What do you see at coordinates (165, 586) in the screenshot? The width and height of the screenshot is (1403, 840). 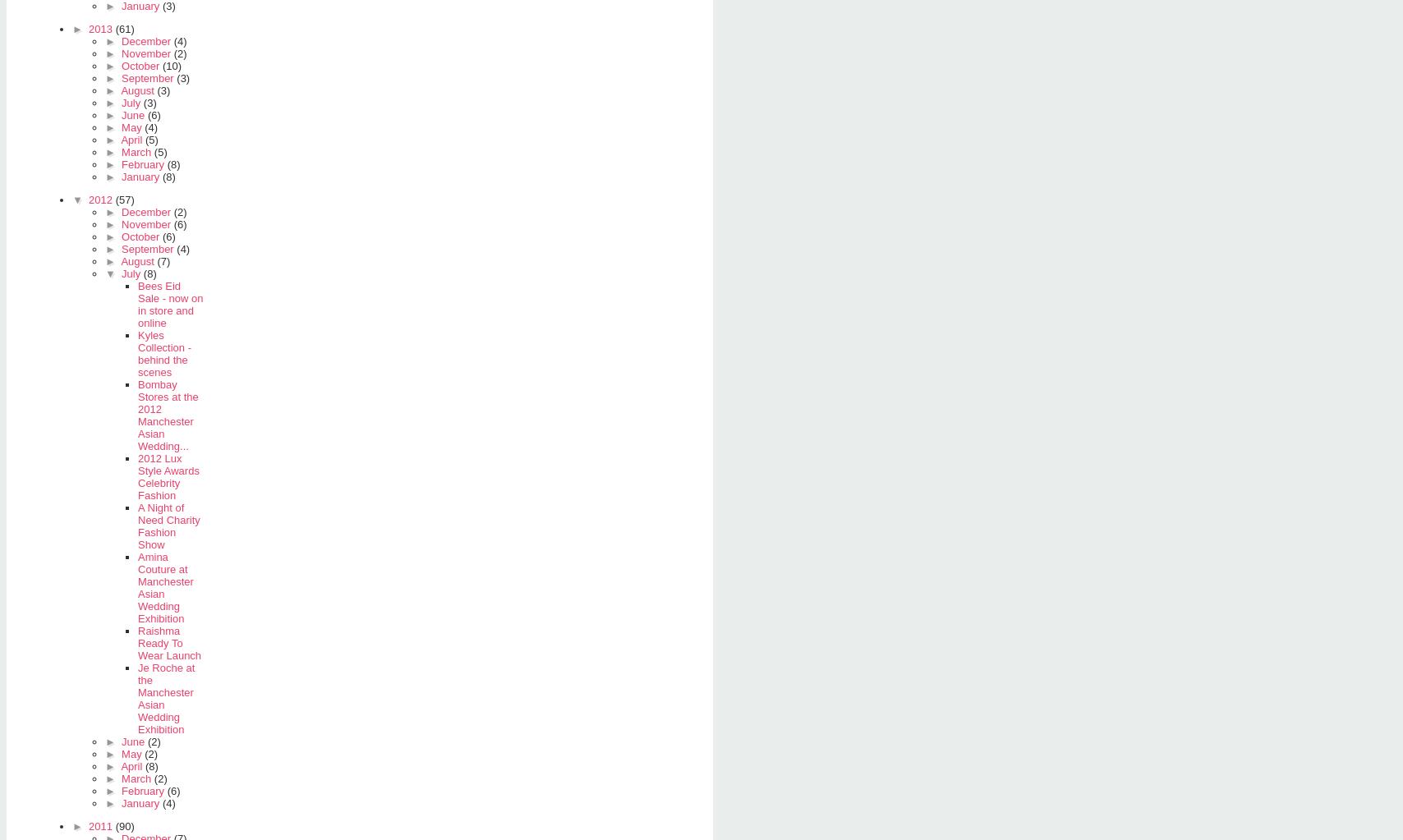 I see `'Amina Couture at Manchester Asian Wedding Exhibition'` at bounding box center [165, 586].